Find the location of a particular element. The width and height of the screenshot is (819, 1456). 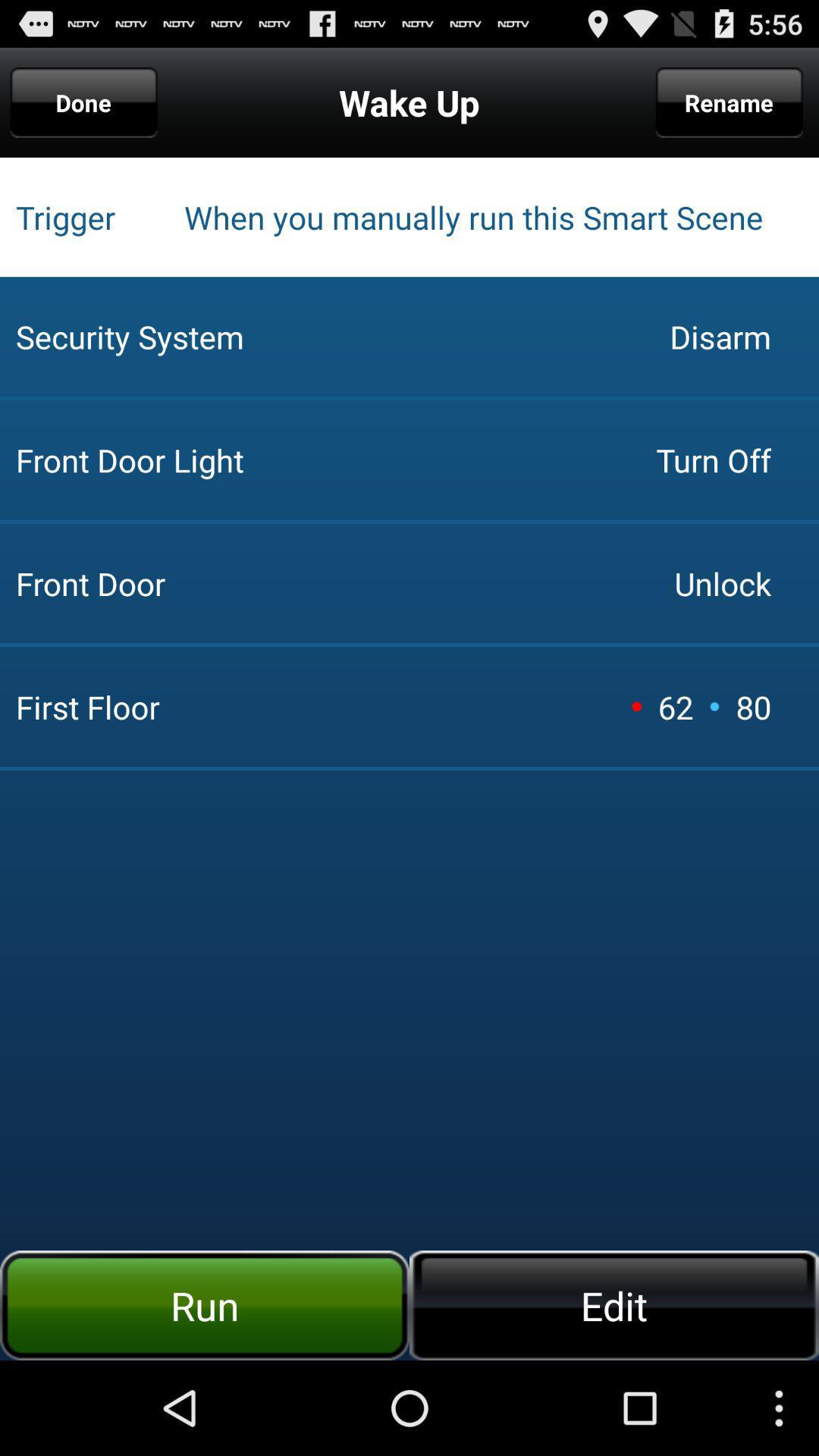

the item next to run button is located at coordinates (614, 1304).